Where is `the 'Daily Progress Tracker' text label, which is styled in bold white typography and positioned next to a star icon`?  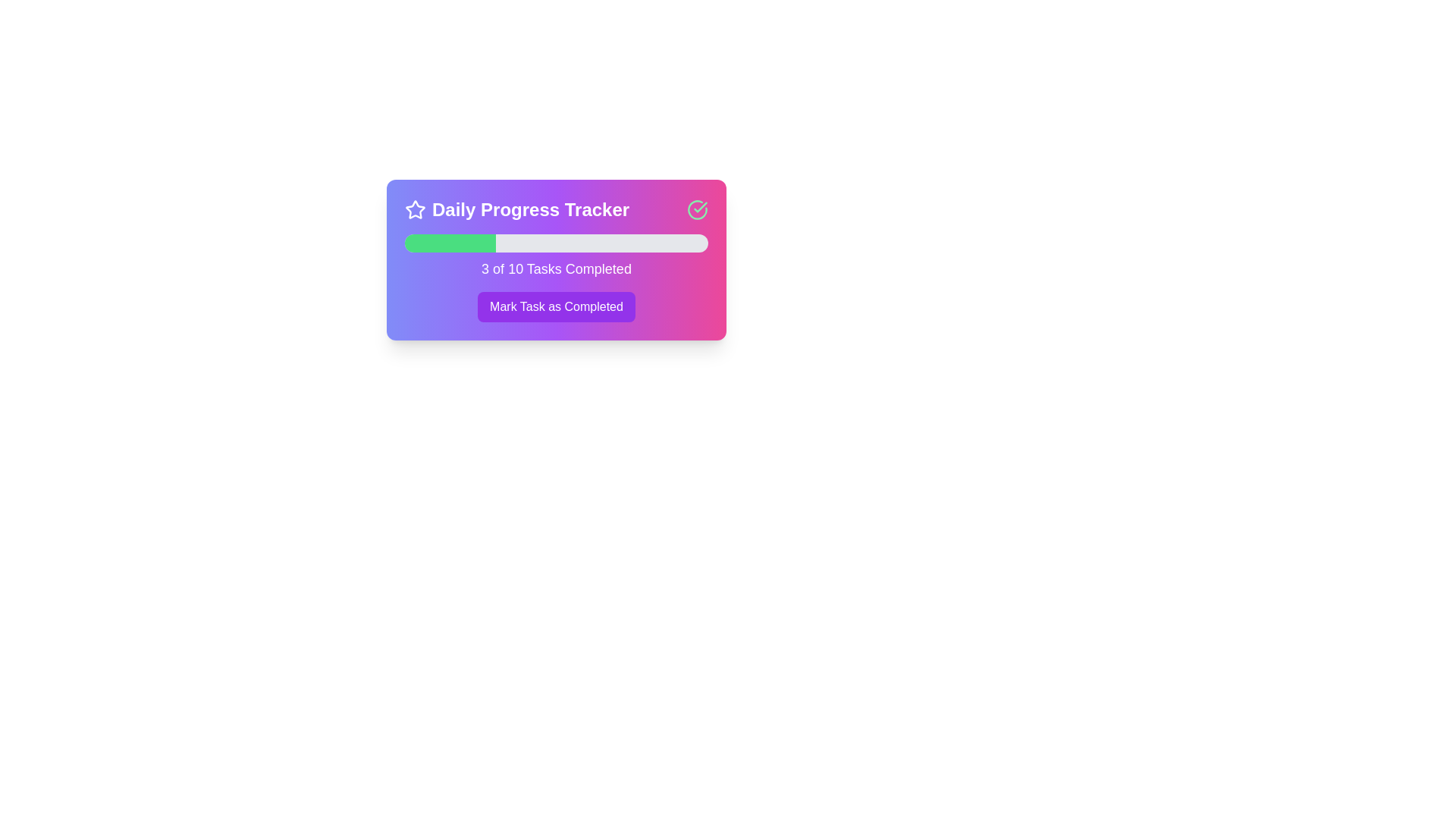 the 'Daily Progress Tracker' text label, which is styled in bold white typography and positioned next to a star icon is located at coordinates (517, 210).